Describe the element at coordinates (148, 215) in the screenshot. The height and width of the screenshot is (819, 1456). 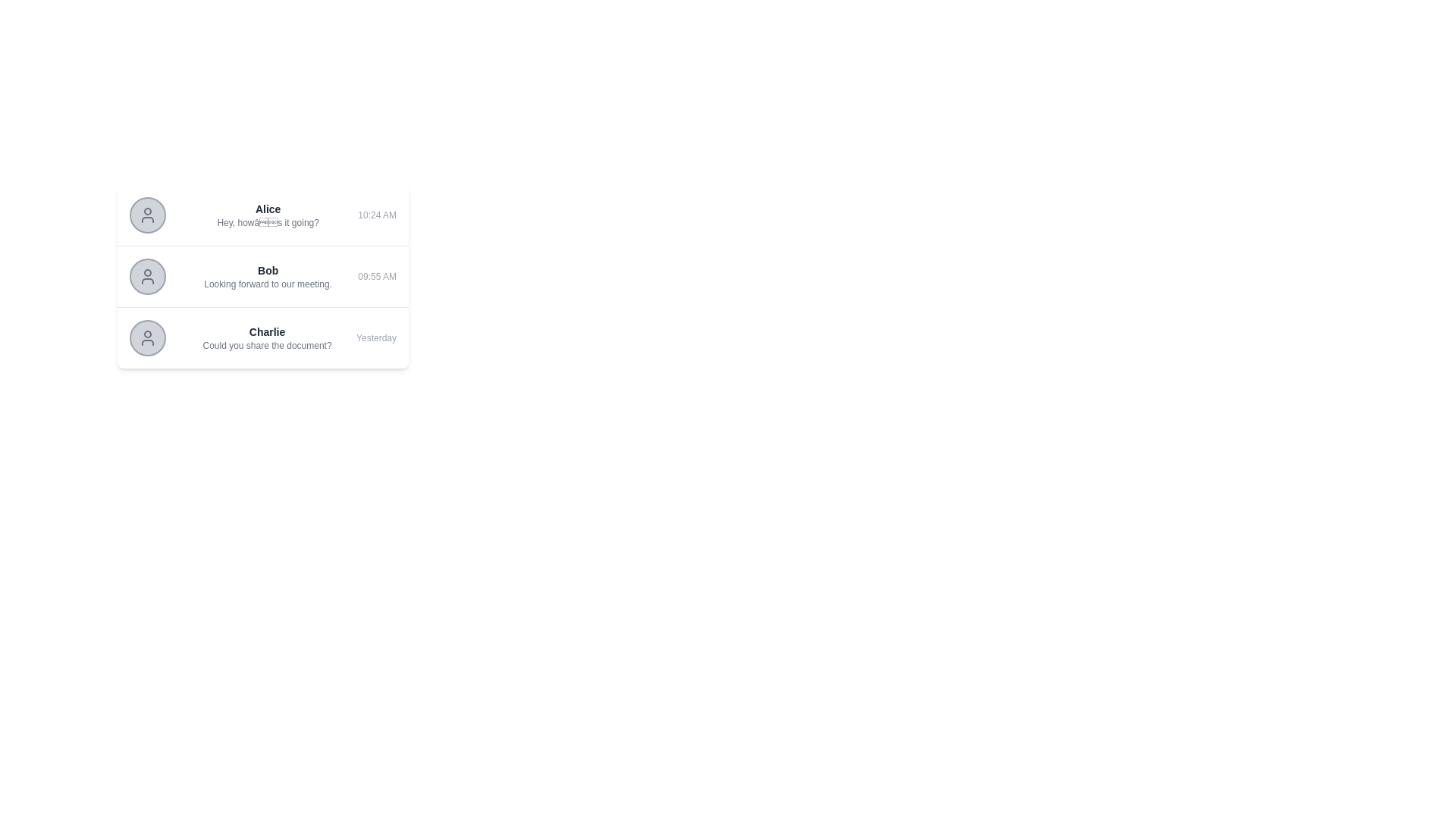
I see `the user profile icon located in the top-left corner of the first item in a vertically stacked list of user messages, which is represented as a circular gray area with a border` at that location.